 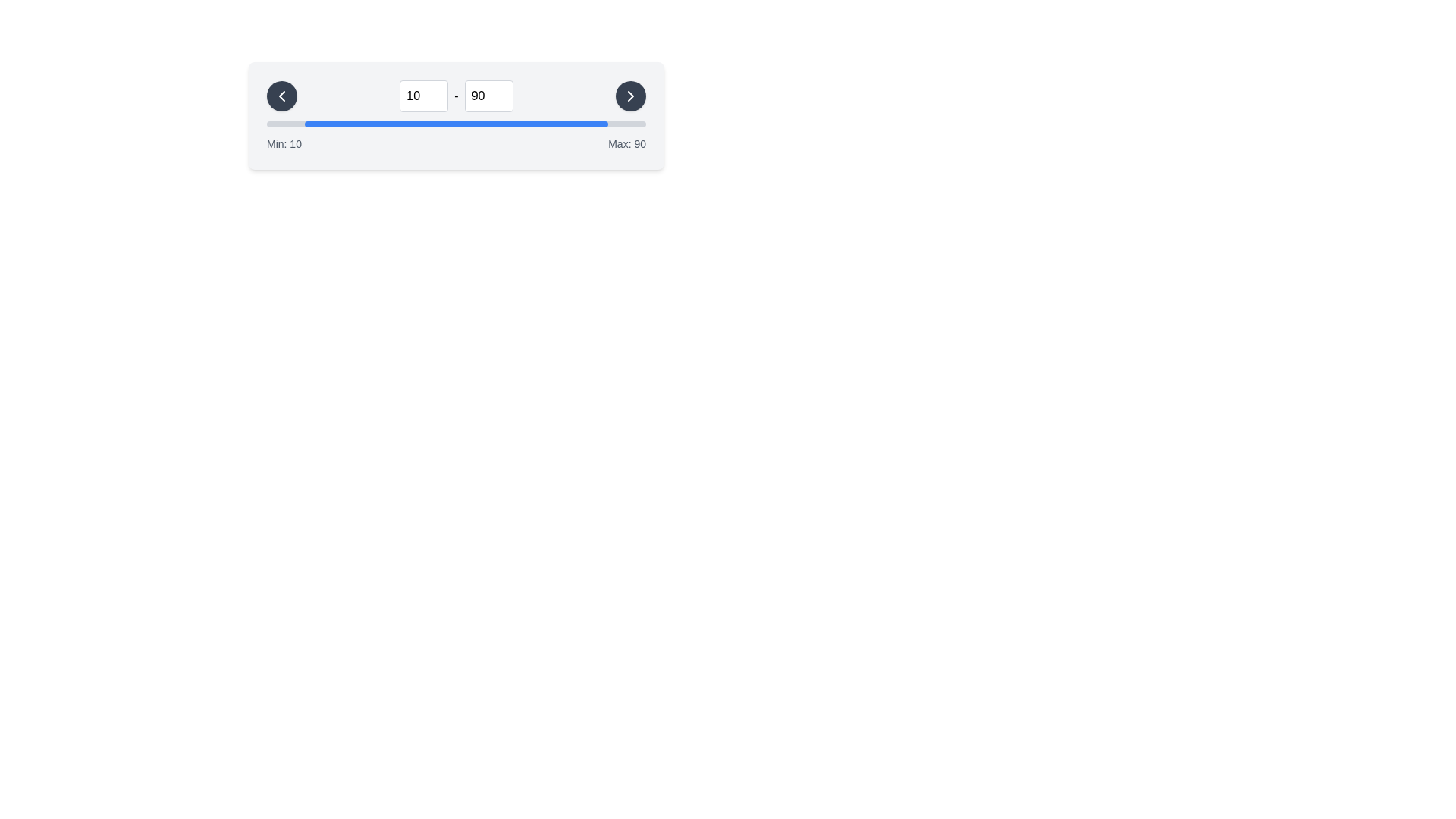 I want to click on the numerical input box displaying '10' to focus and edit the number, so click(x=424, y=96).